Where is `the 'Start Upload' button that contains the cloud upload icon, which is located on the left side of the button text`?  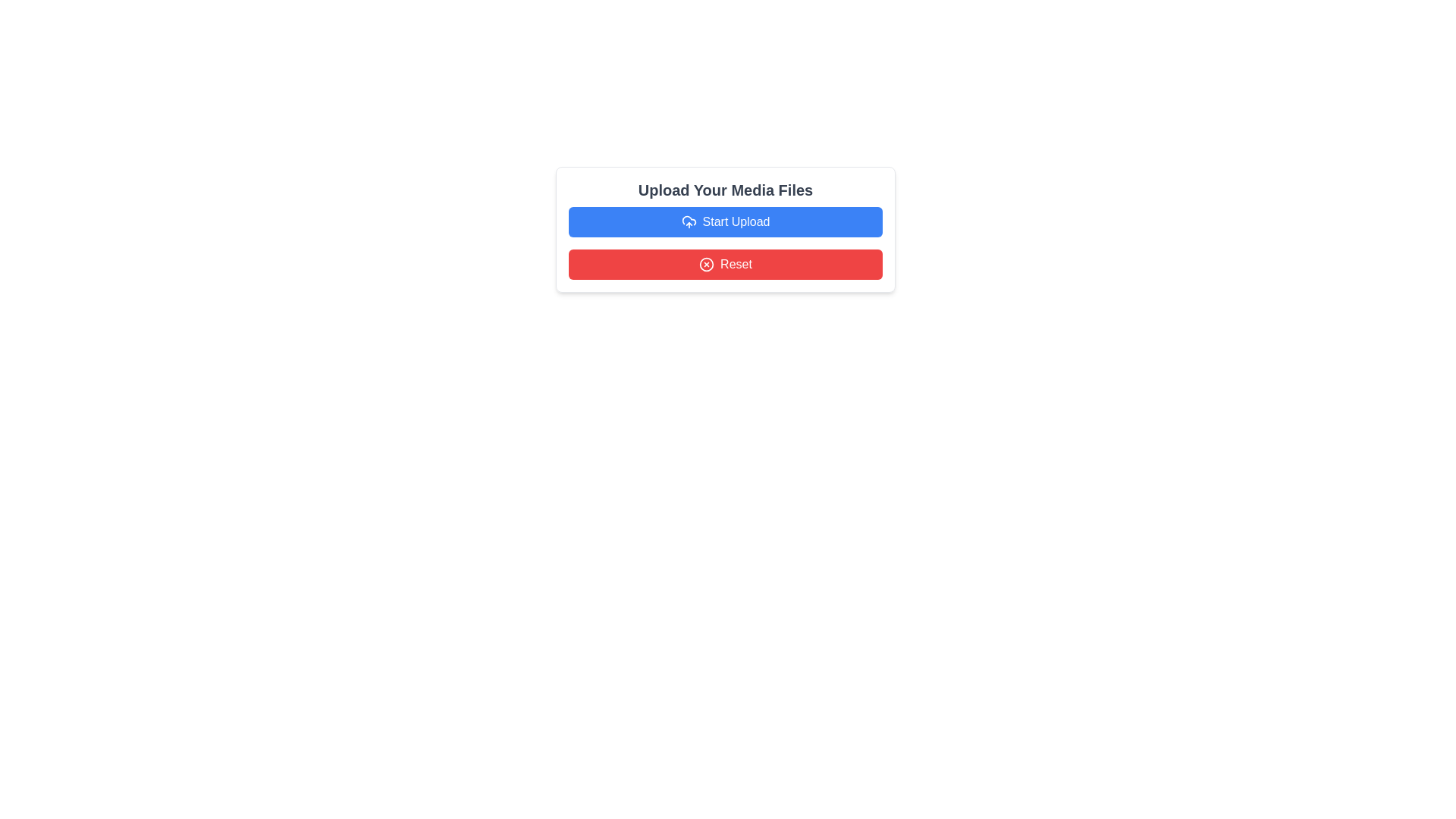 the 'Start Upload' button that contains the cloud upload icon, which is located on the left side of the button text is located at coordinates (688, 222).